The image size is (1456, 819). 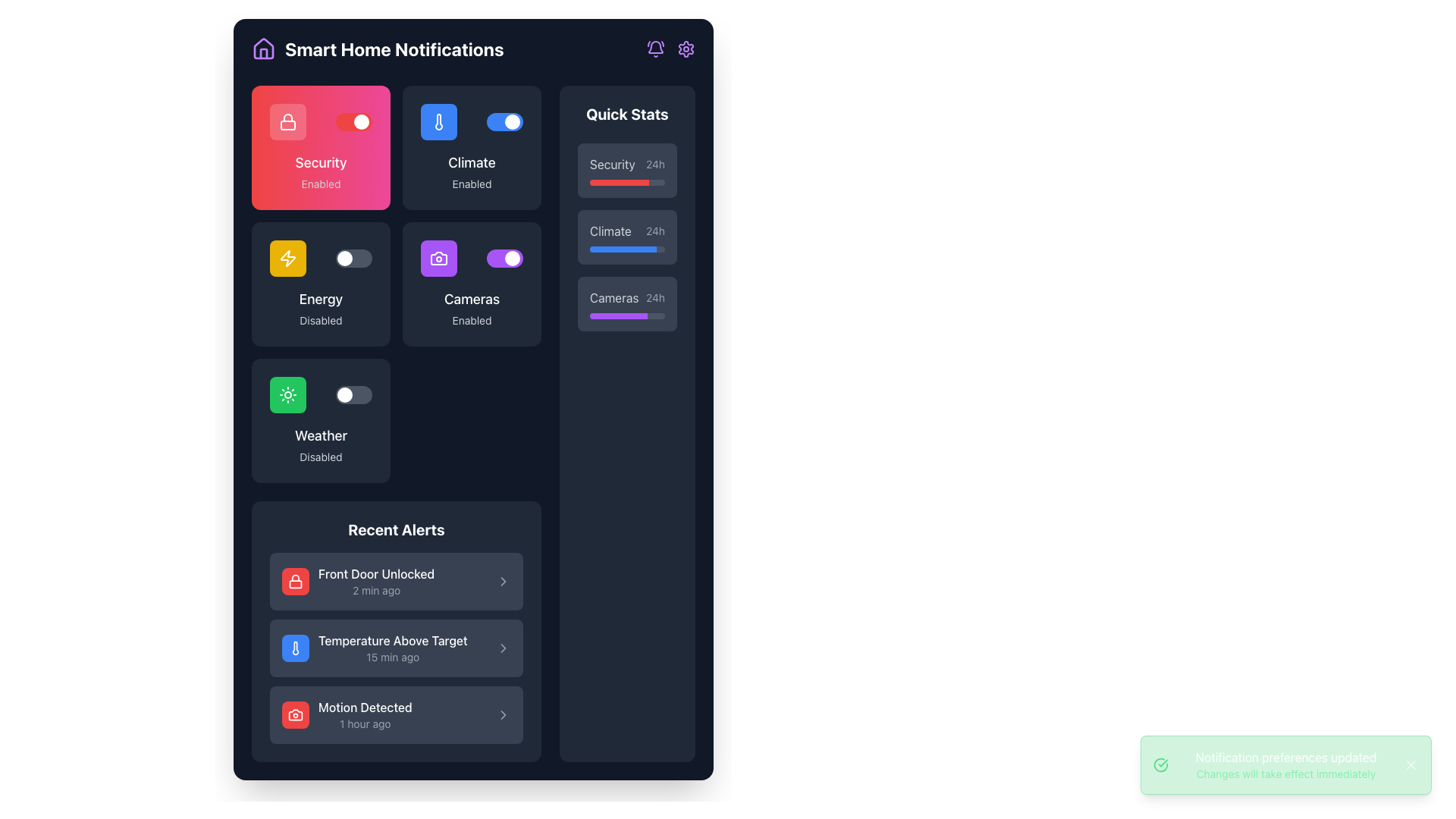 I want to click on the toggle switch in the 'Energy' control panel, so click(x=320, y=257).